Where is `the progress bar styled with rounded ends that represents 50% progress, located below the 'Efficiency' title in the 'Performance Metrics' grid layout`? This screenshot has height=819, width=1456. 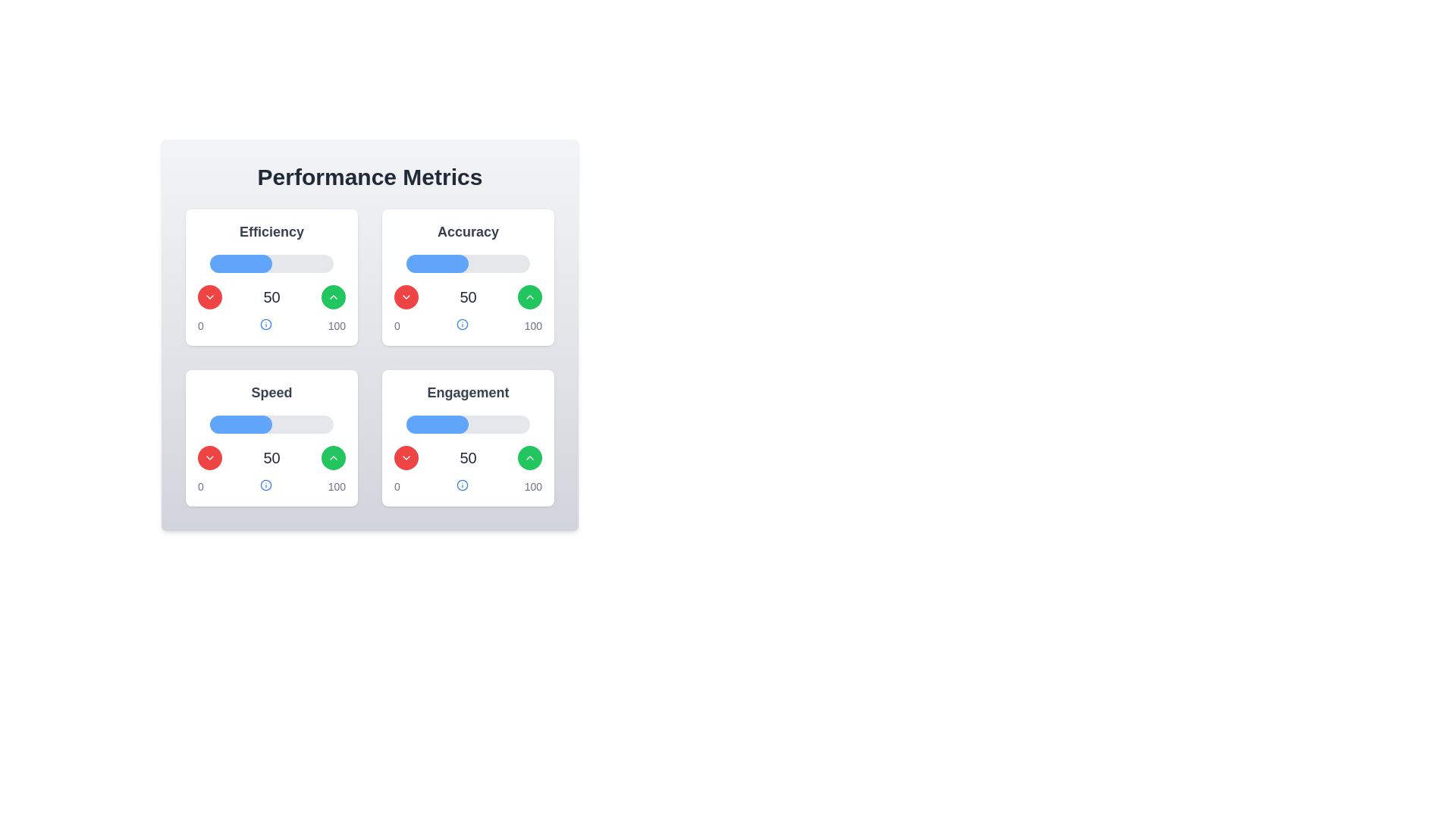
the progress bar styled with rounded ends that represents 50% progress, located below the 'Efficiency' title in the 'Performance Metrics' grid layout is located at coordinates (271, 262).